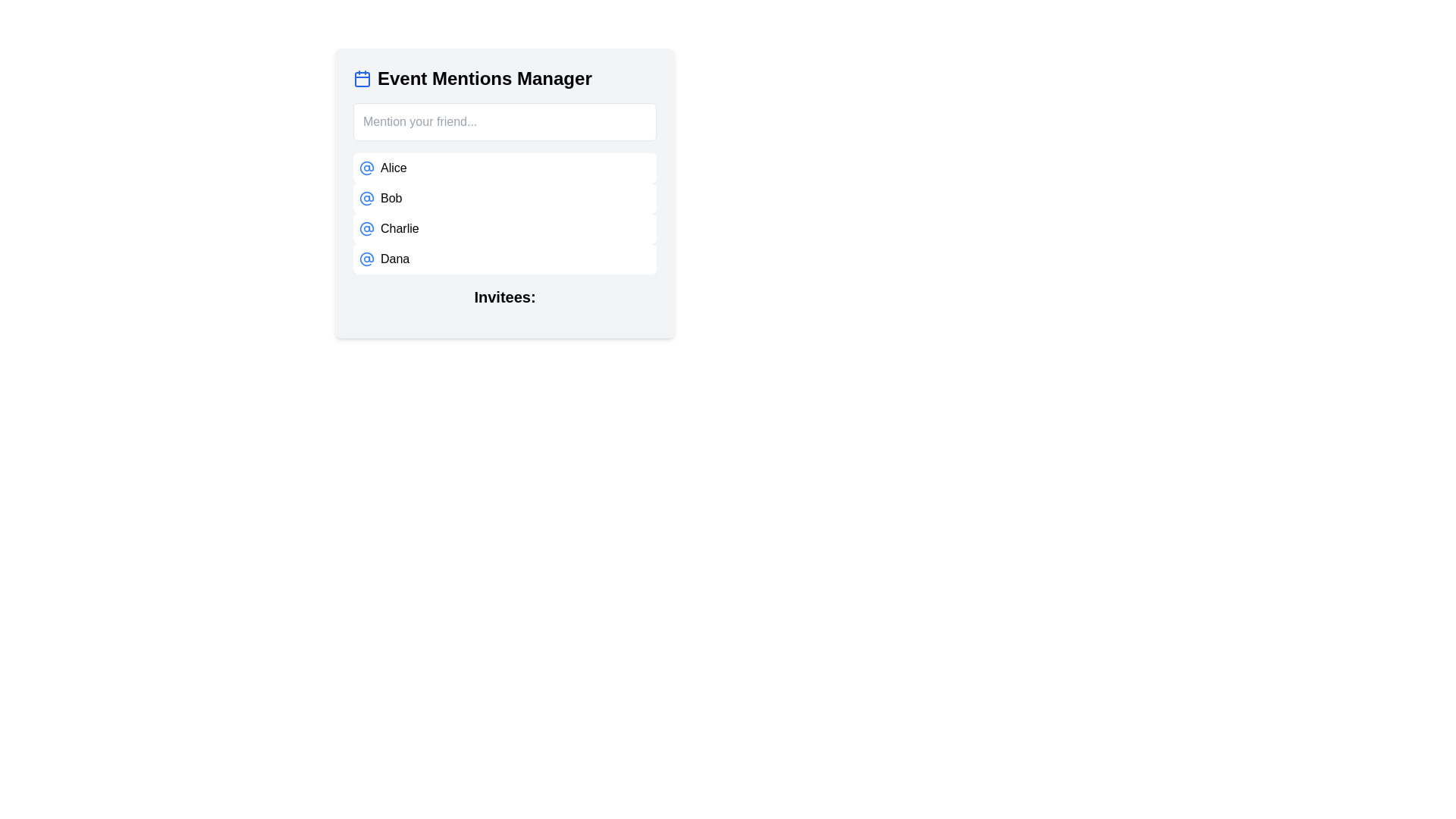 This screenshot has height=819, width=1456. What do you see at coordinates (367, 259) in the screenshot?
I see `the '@' mention icon associated with the user named 'Dana' in the 'Event Mentions Manager' interface, positioned to the left of the text 'Dana'` at bounding box center [367, 259].